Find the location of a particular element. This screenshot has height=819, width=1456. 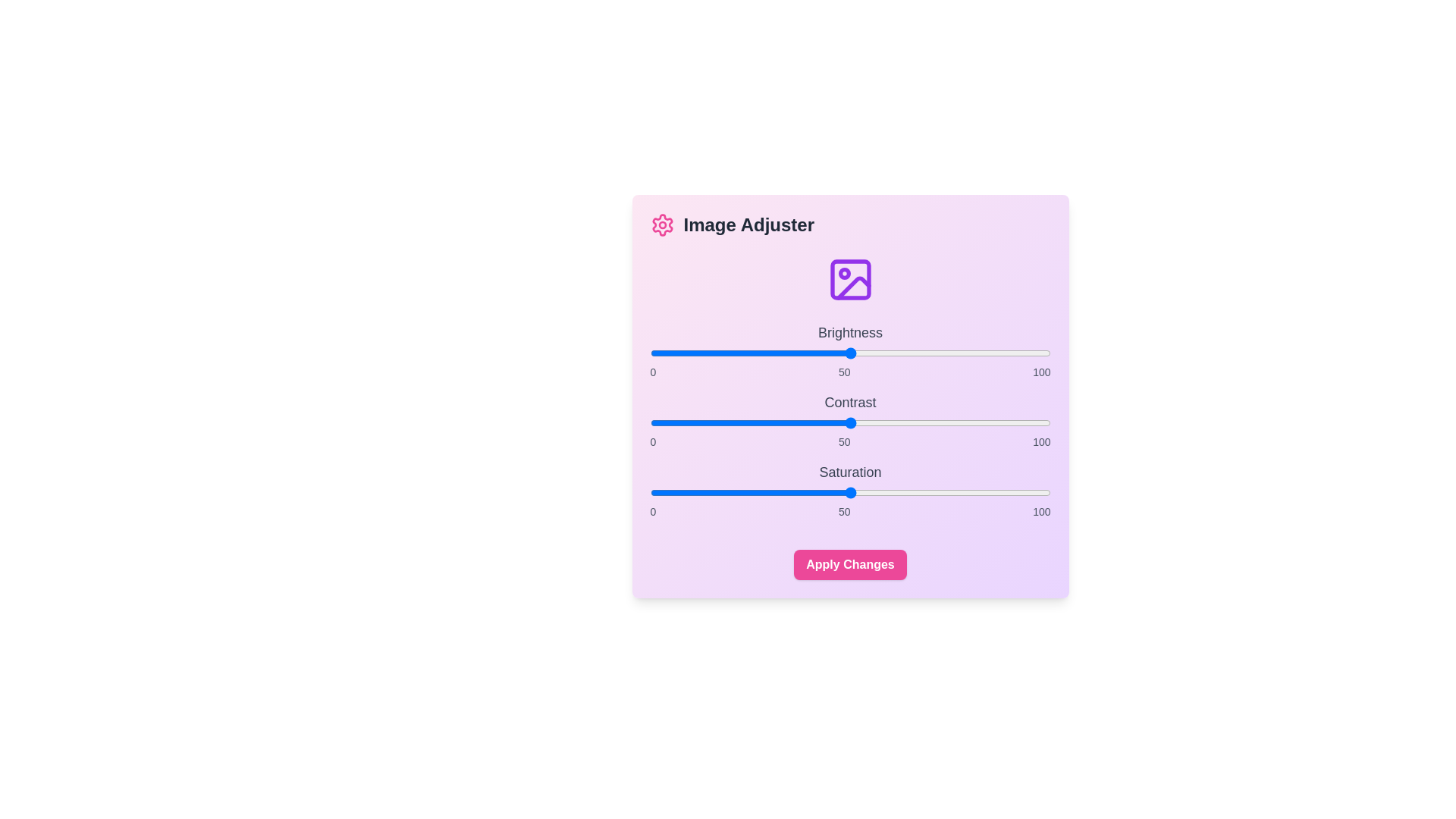

the contrast slider to 20 percent is located at coordinates (730, 423).